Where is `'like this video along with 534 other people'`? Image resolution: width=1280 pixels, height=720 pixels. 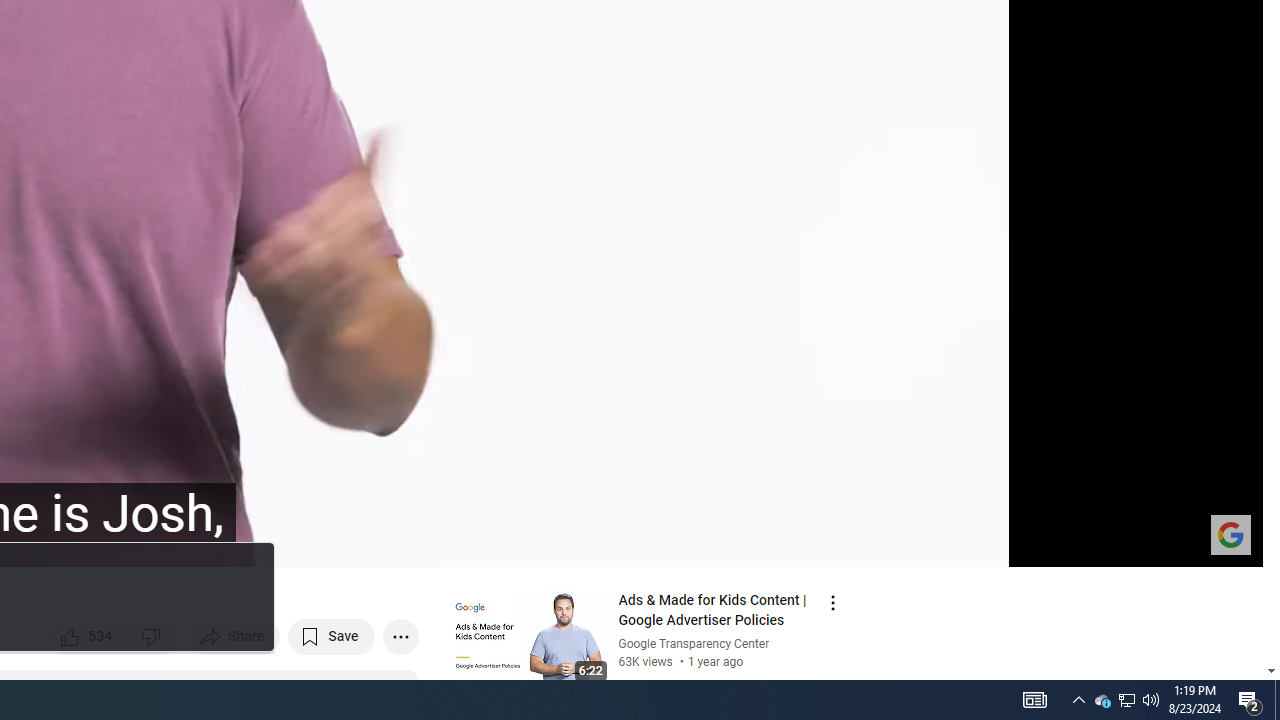 'like this video along with 534 other people' is located at coordinates (87, 636).